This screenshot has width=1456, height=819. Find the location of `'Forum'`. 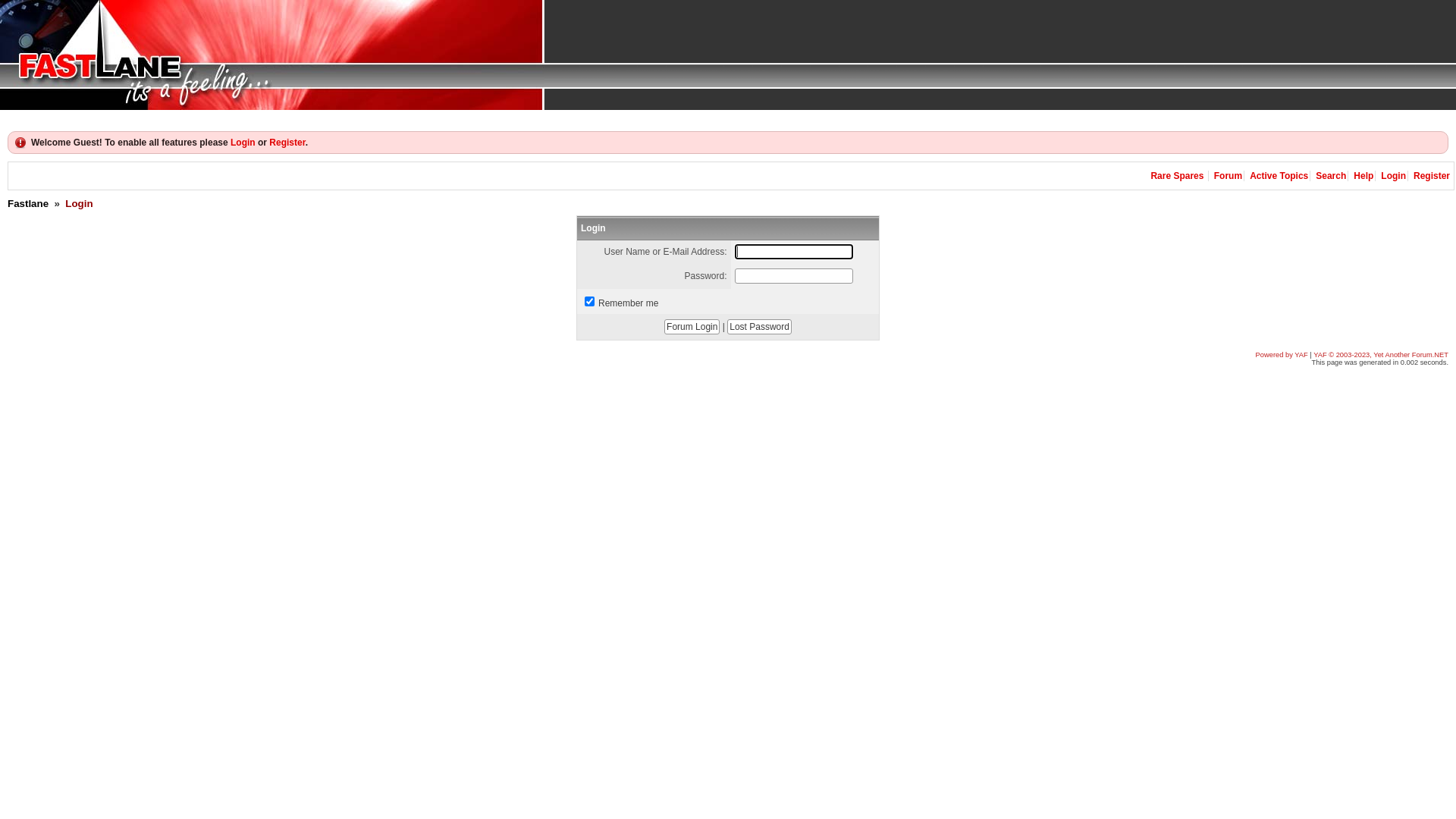

'Forum' is located at coordinates (1228, 174).